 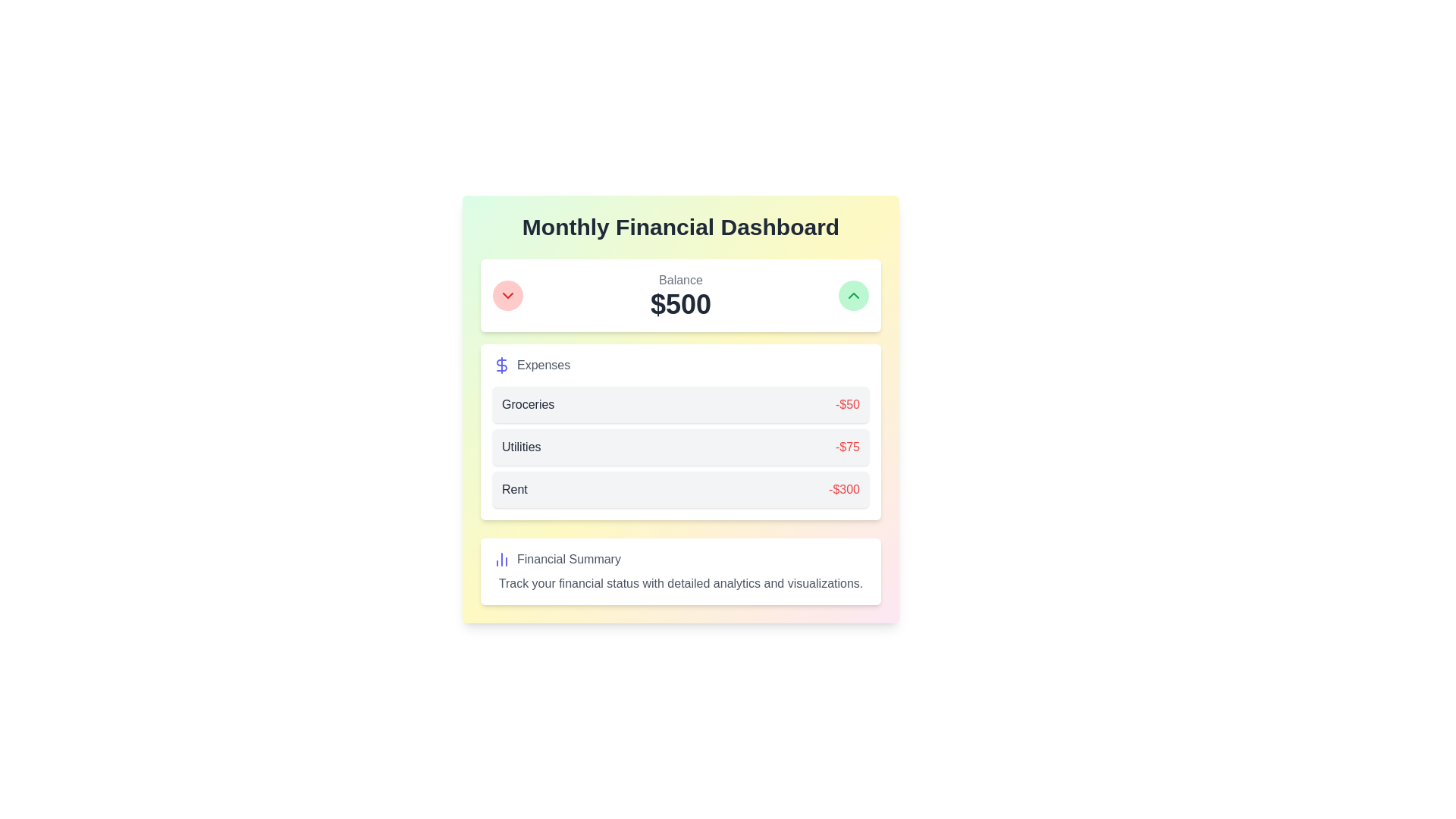 What do you see at coordinates (502, 559) in the screenshot?
I see `the leftmost icon representing the 'Financial Summary' section to interact with the financial details` at bounding box center [502, 559].